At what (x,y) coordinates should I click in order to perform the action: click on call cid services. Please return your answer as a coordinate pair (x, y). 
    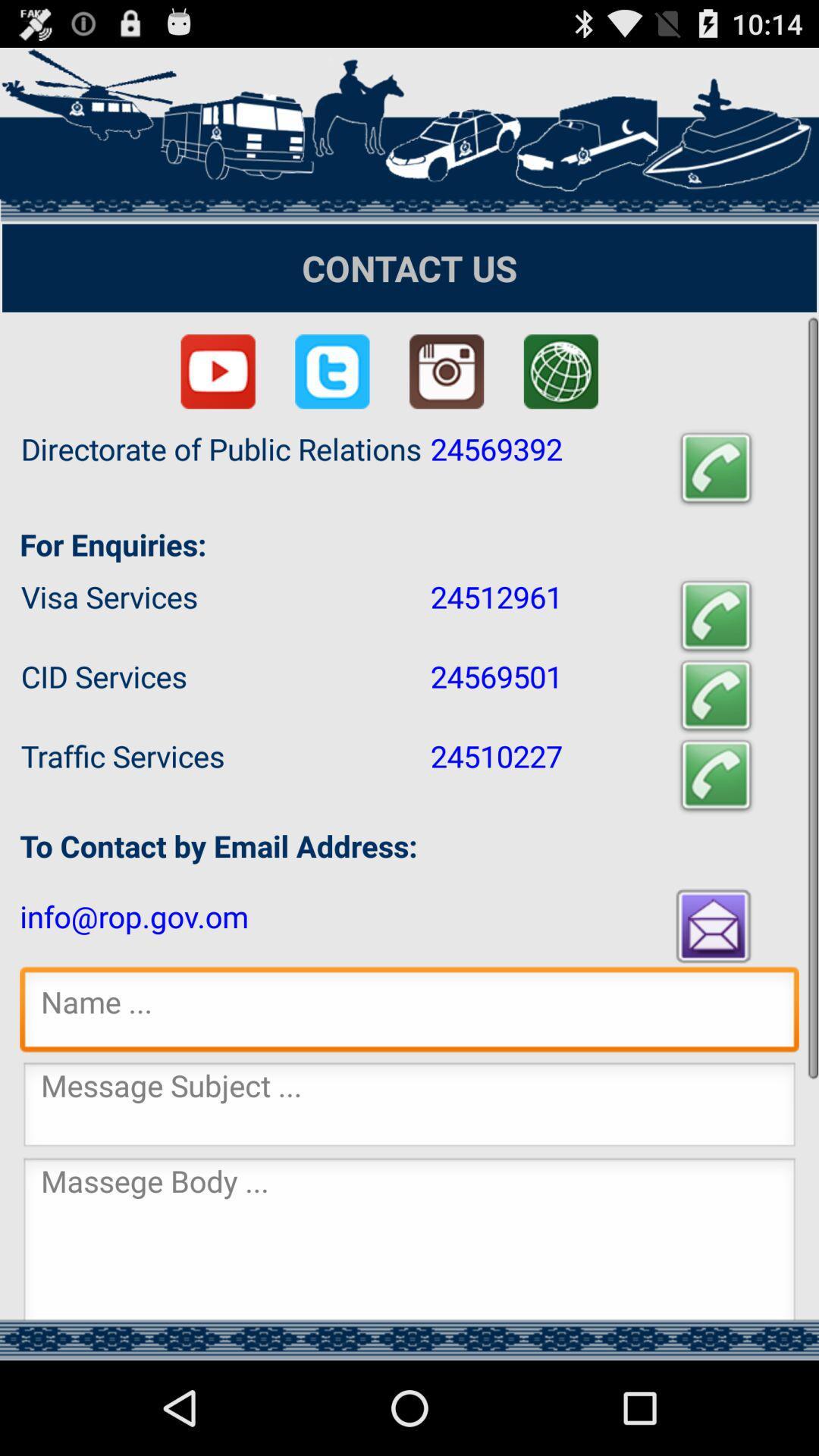
    Looking at the image, I should click on (716, 695).